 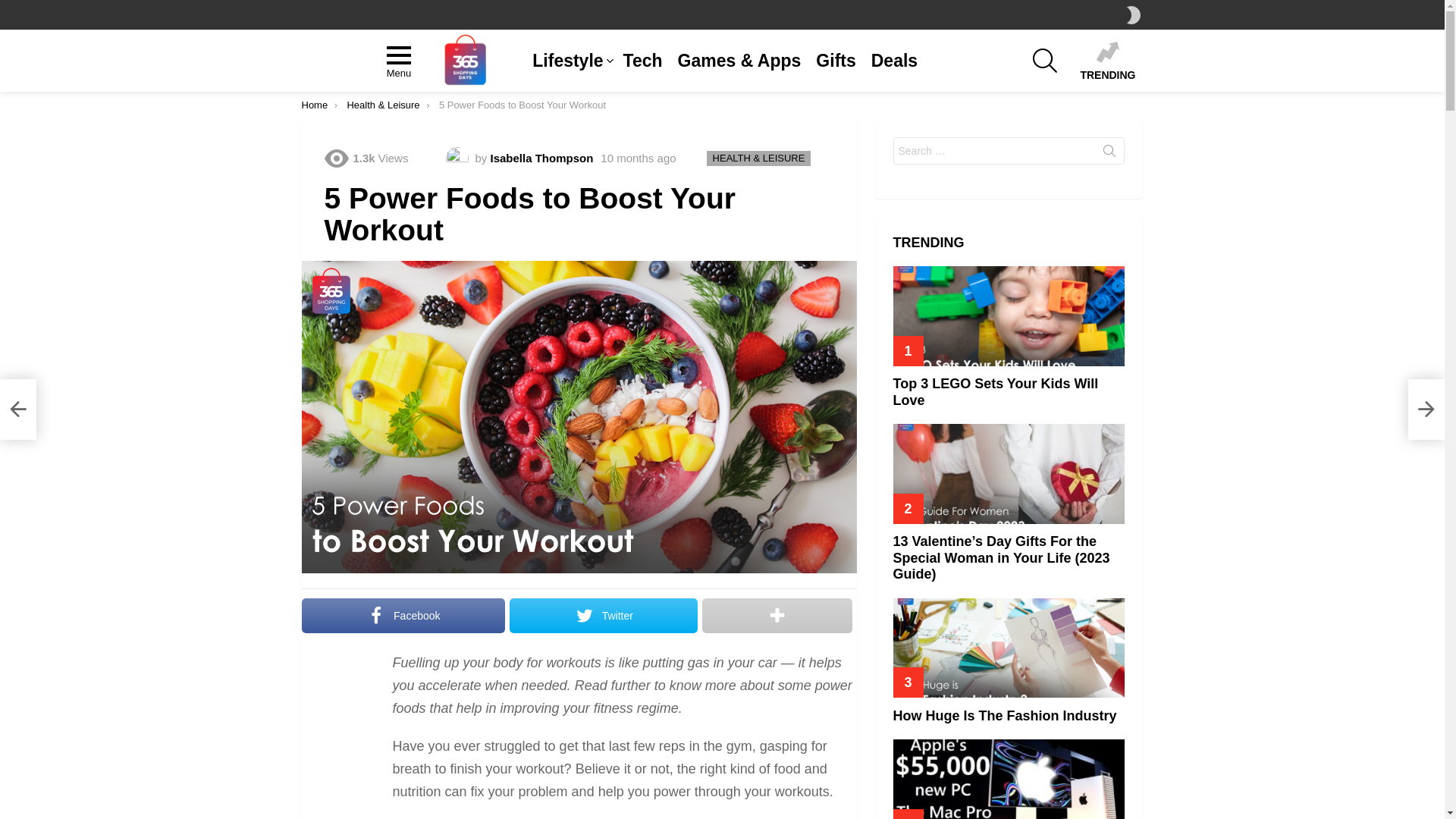 I want to click on 'Lifestyle', so click(x=569, y=60).